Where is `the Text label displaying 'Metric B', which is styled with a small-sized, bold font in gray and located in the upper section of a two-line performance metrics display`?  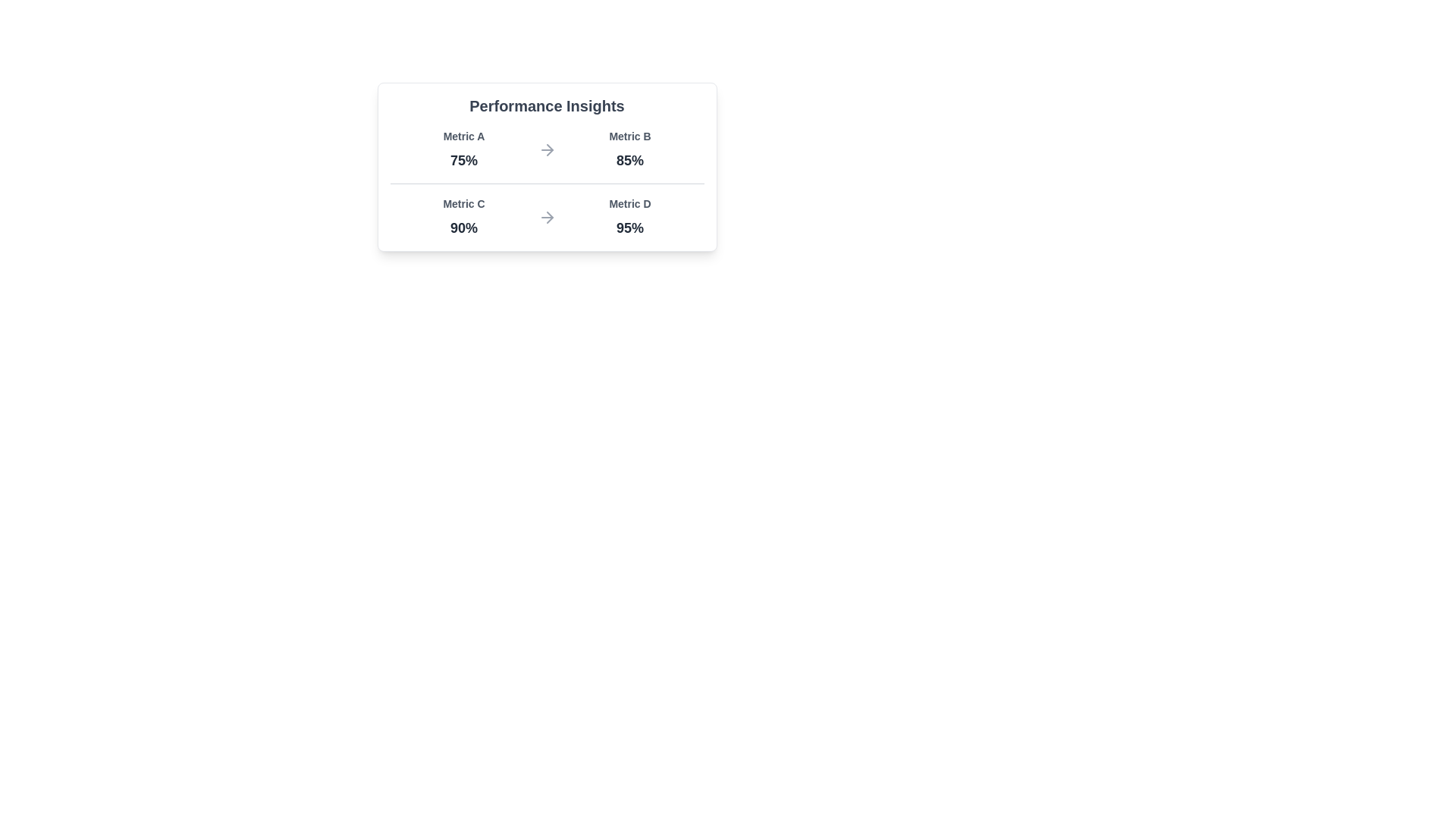
the Text label displaying 'Metric B', which is styled with a small-sized, bold font in gray and located in the upper section of a two-line performance metrics display is located at coordinates (629, 136).